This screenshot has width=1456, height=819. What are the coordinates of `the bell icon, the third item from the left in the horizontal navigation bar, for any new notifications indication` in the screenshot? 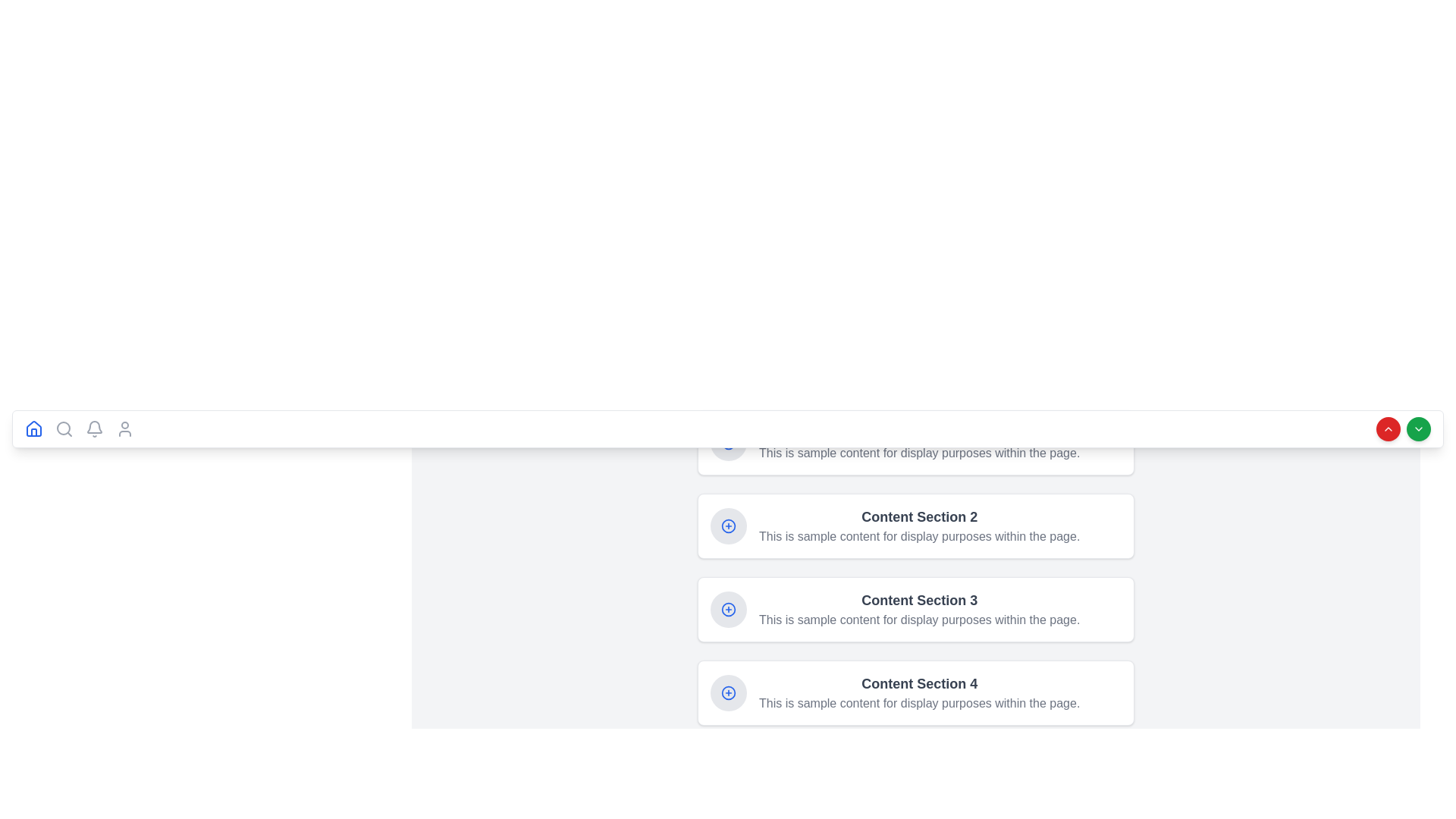 It's located at (93, 429).